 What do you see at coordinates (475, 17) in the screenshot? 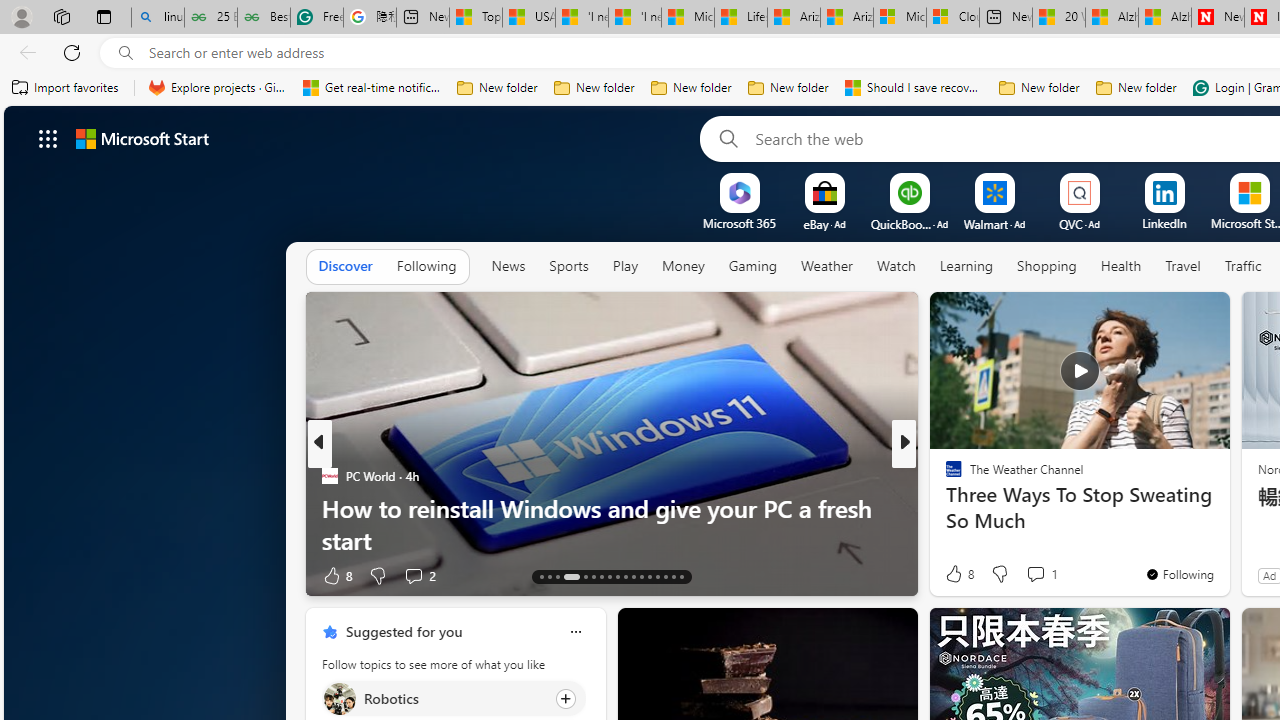
I see `'Top Stories - MSN'` at bounding box center [475, 17].